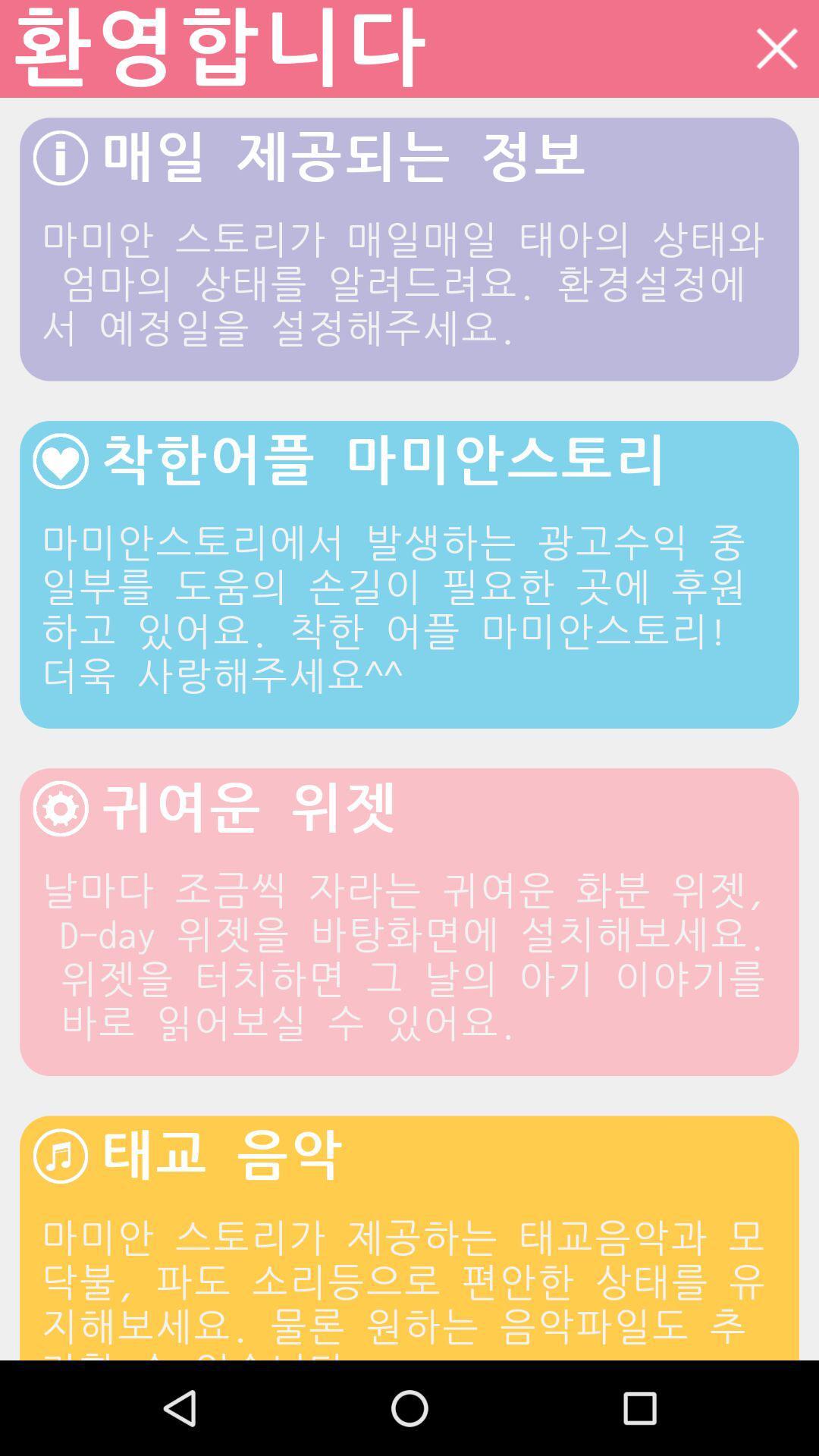 The image size is (819, 1456). Describe the element at coordinates (777, 52) in the screenshot. I see `the close icon` at that location.